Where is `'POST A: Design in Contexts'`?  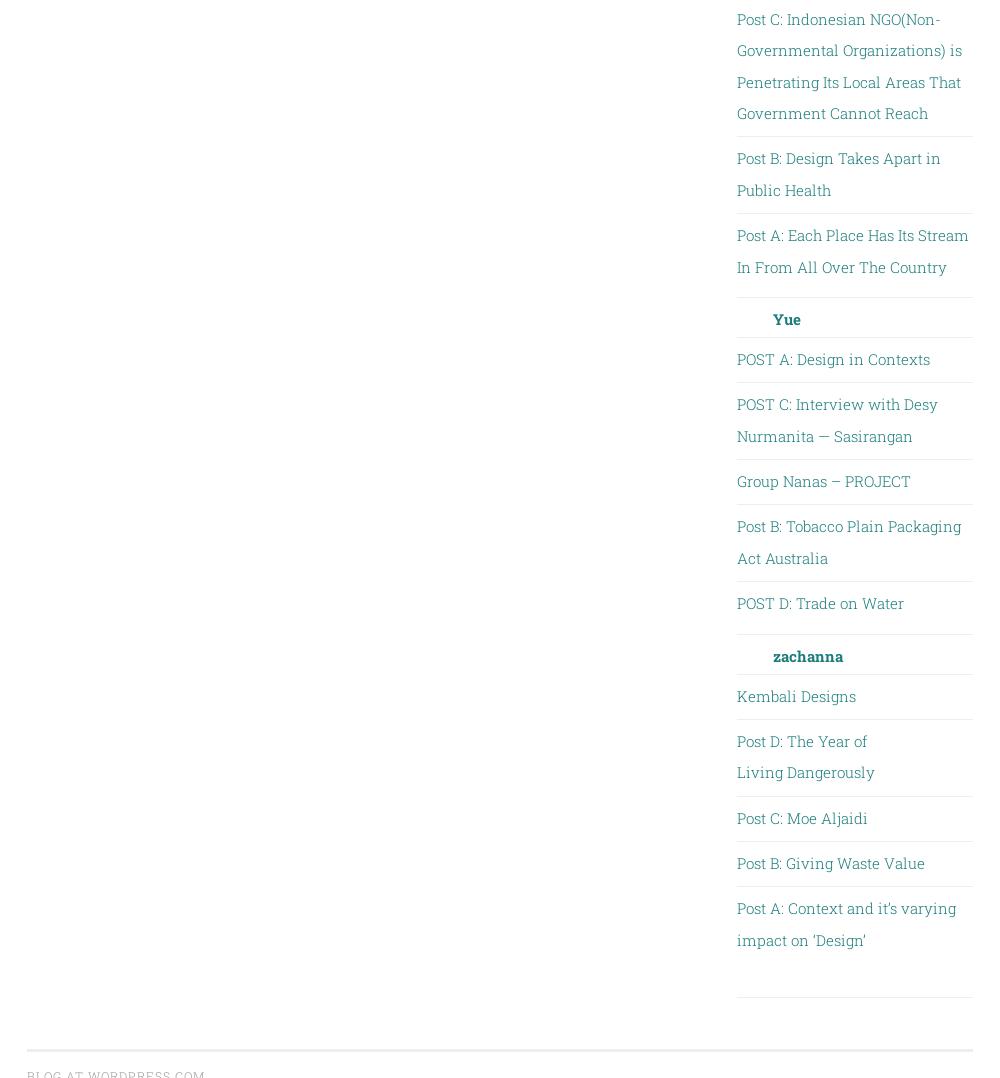 'POST A: Design in Contexts' is located at coordinates (831, 358).